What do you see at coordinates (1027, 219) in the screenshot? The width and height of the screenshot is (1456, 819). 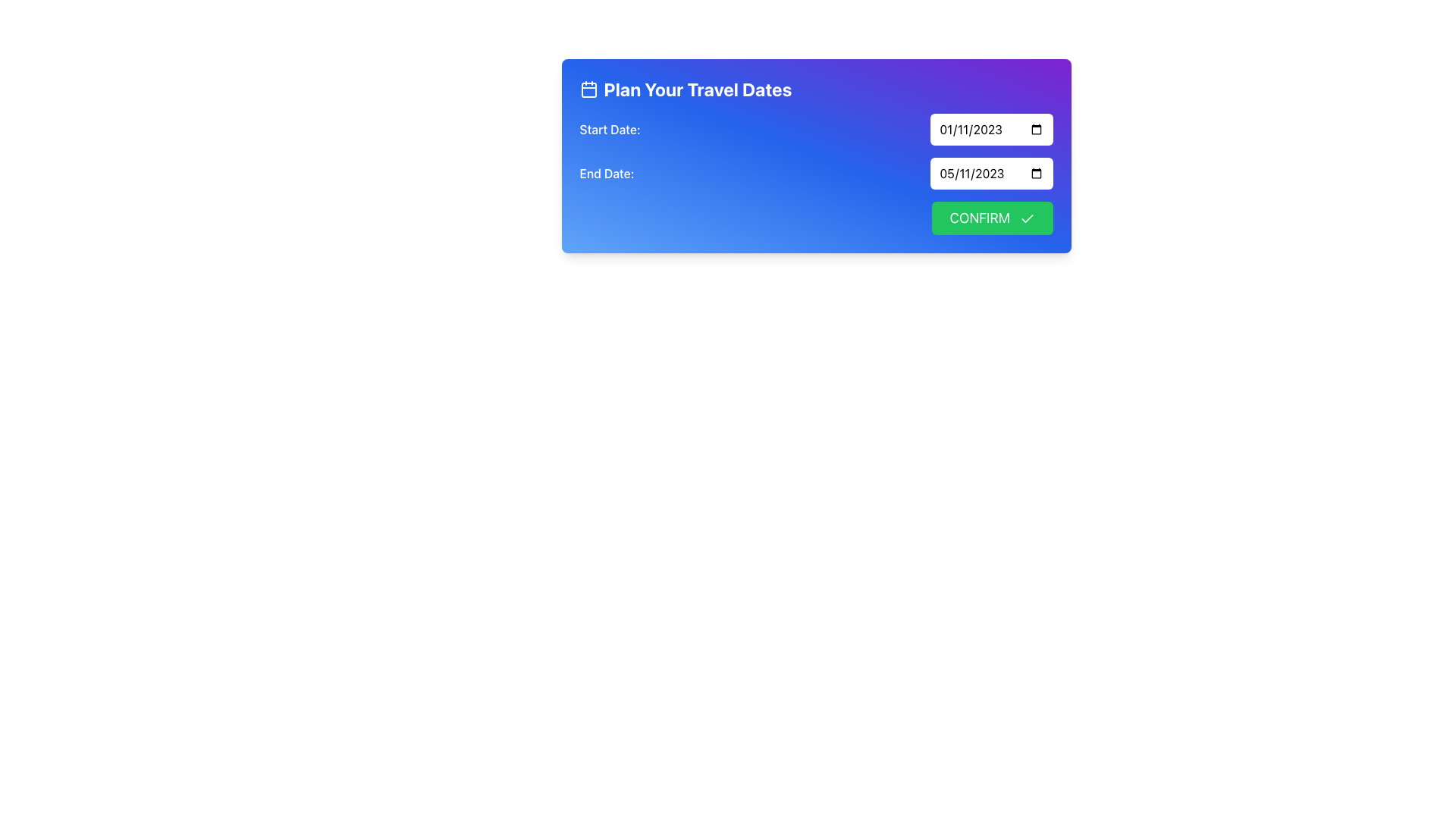 I see `the checkmark icon located on the right side of the 'Confirm' button in the 'Plan Your Travel Dates' form, which visually indicates approval or completion` at bounding box center [1027, 219].